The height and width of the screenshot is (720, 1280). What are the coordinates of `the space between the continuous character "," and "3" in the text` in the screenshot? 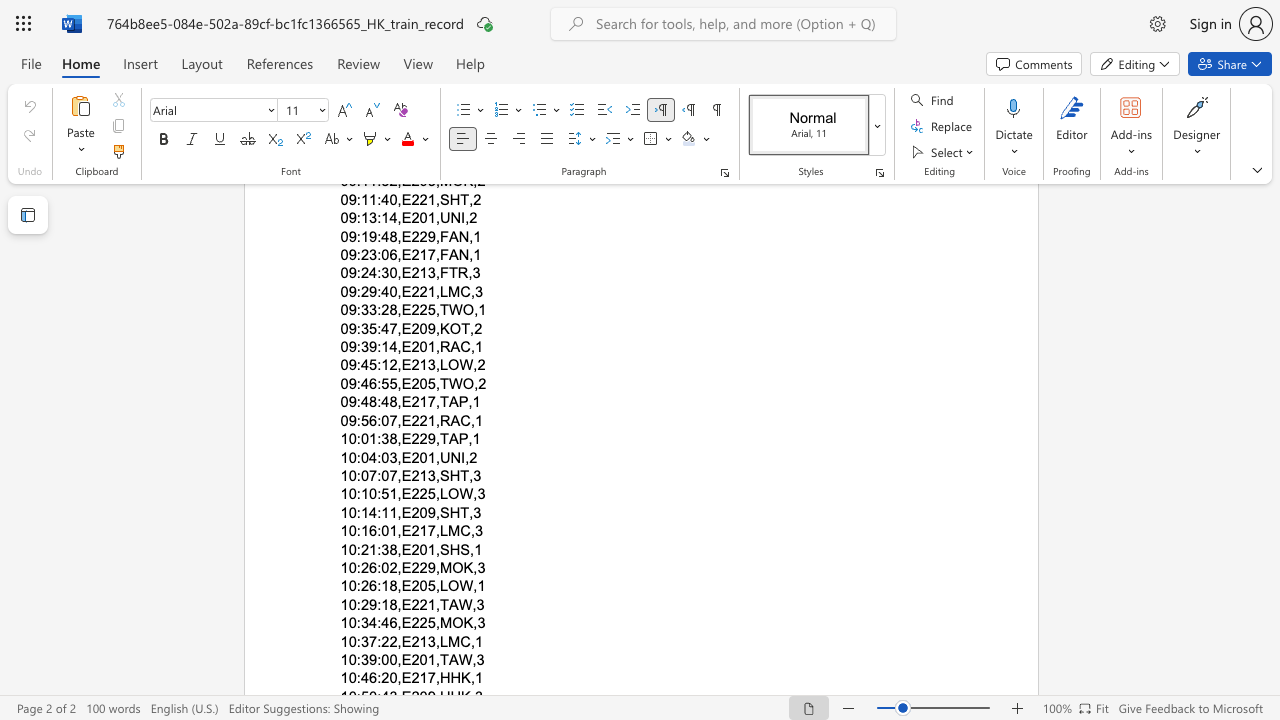 It's located at (473, 511).